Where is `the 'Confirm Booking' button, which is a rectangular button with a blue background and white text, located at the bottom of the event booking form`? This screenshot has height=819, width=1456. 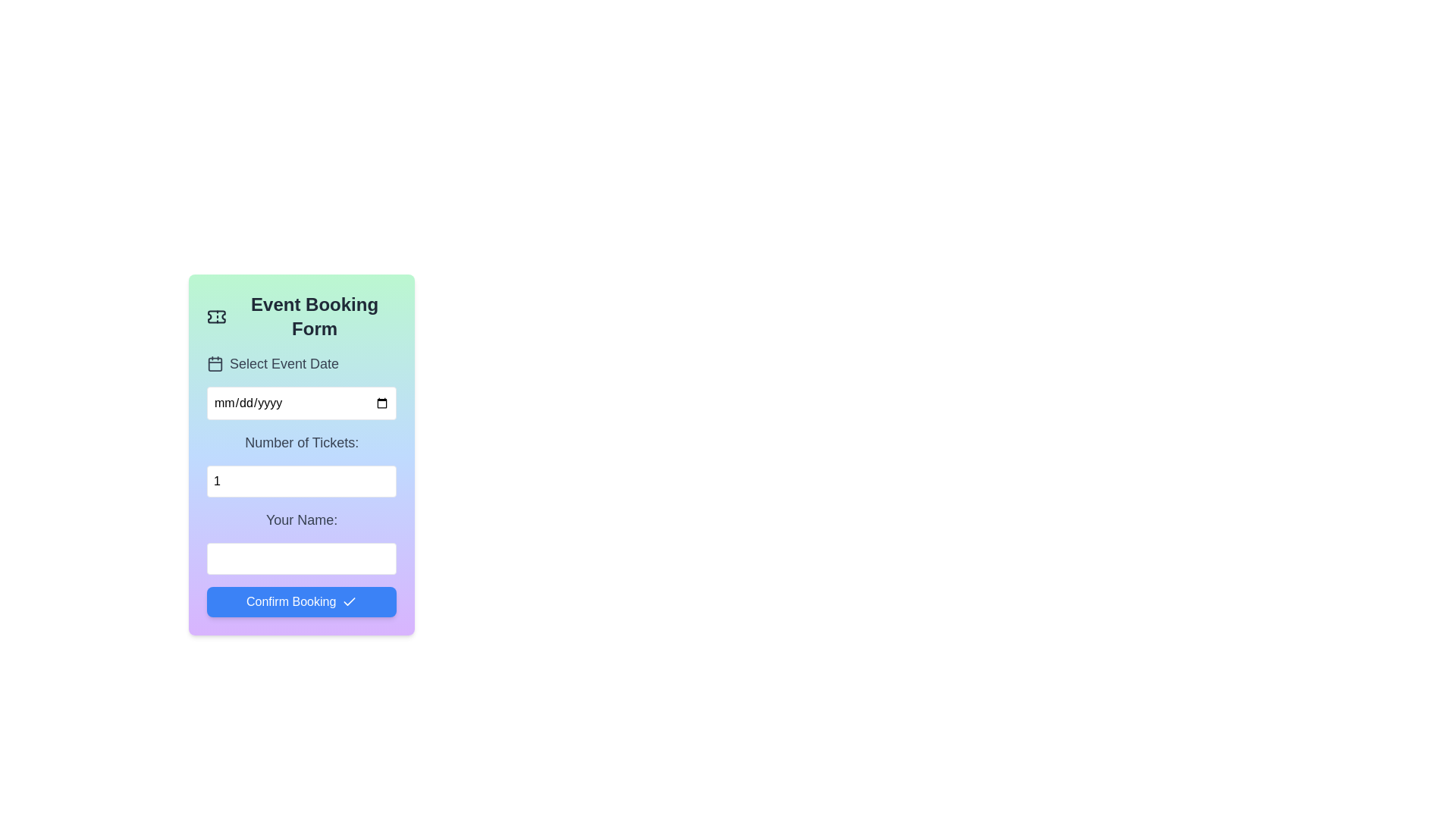
the 'Confirm Booking' button, which is a rectangular button with a blue background and white text, located at the bottom of the event booking form is located at coordinates (302, 601).